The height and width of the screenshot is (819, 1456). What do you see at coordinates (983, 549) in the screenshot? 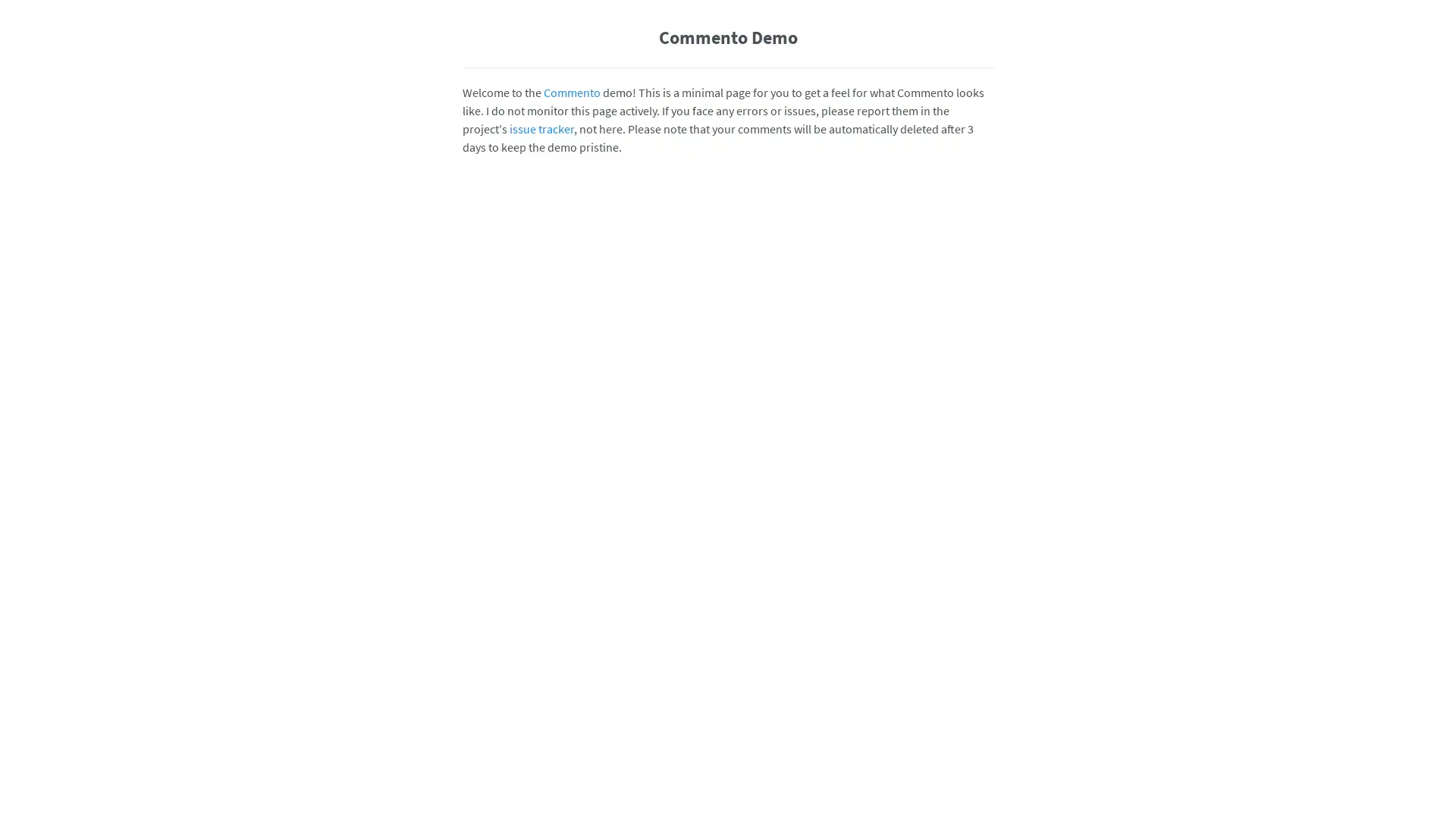
I see `Collapse children` at bounding box center [983, 549].